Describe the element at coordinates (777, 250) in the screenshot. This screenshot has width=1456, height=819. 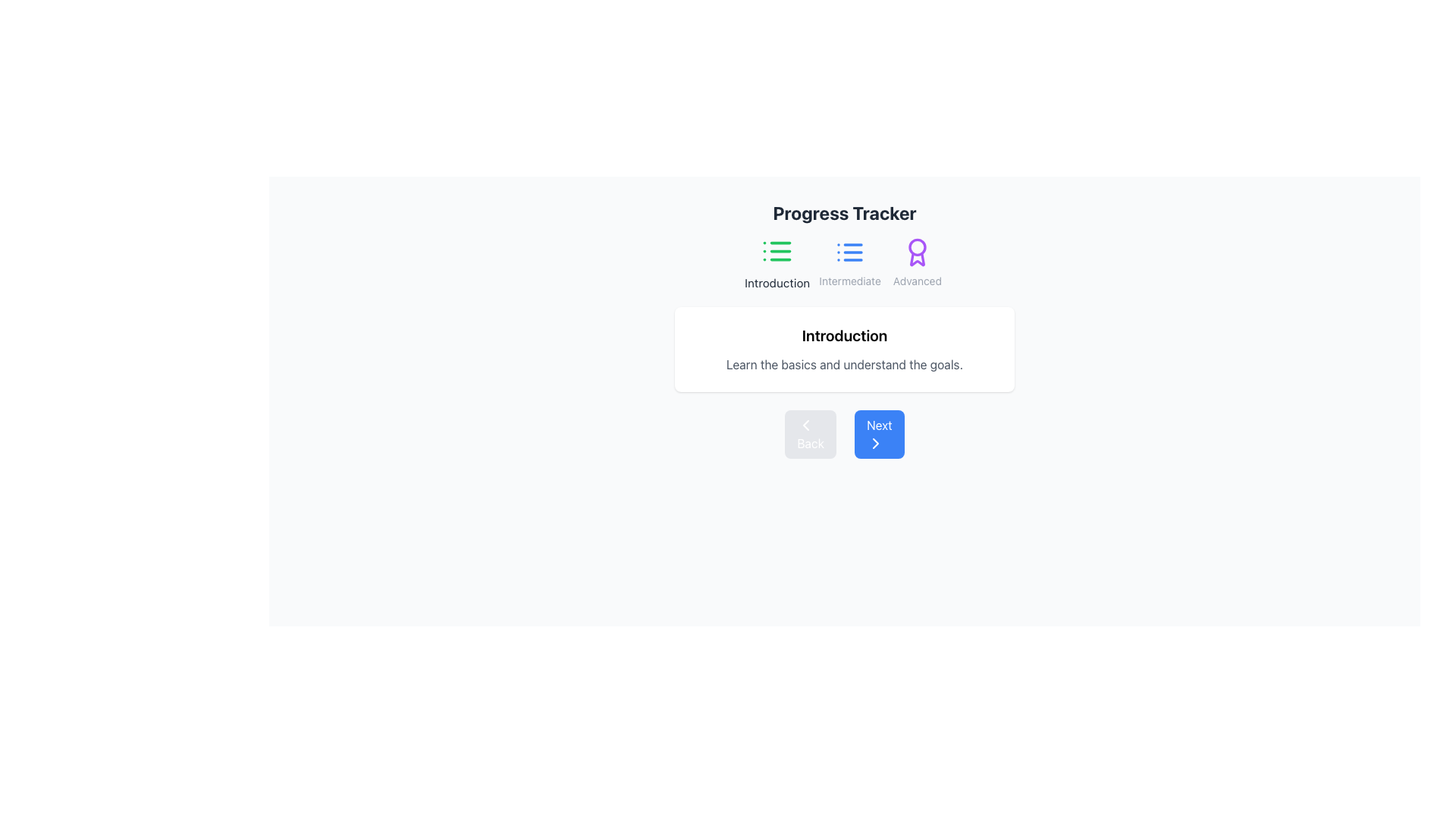
I see `the first icon in the progress tracker system` at that location.